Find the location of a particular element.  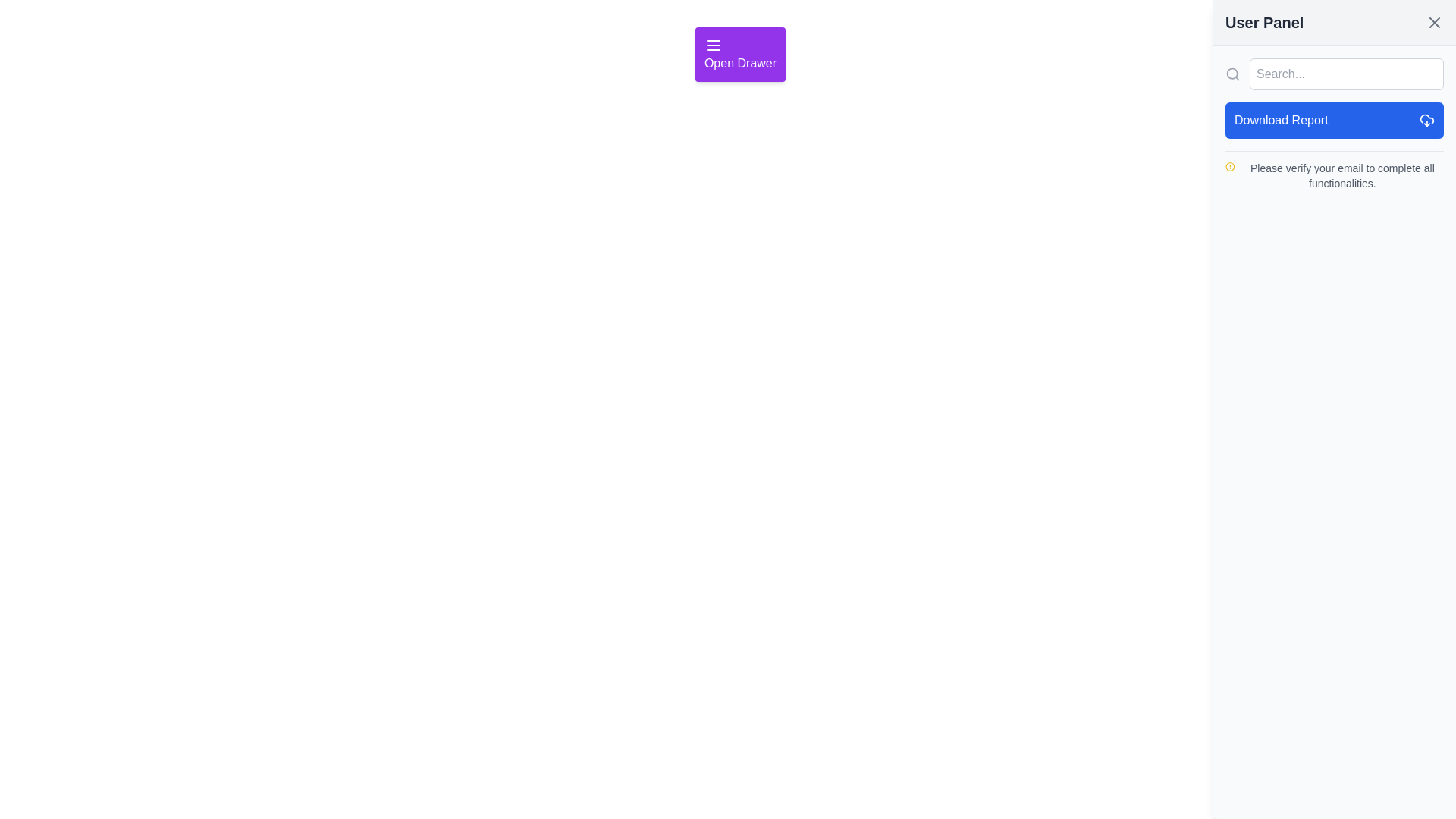

notification message about verifying the email located in the User Panel, below the Download Report button and next to the alert icon is located at coordinates (1335, 171).